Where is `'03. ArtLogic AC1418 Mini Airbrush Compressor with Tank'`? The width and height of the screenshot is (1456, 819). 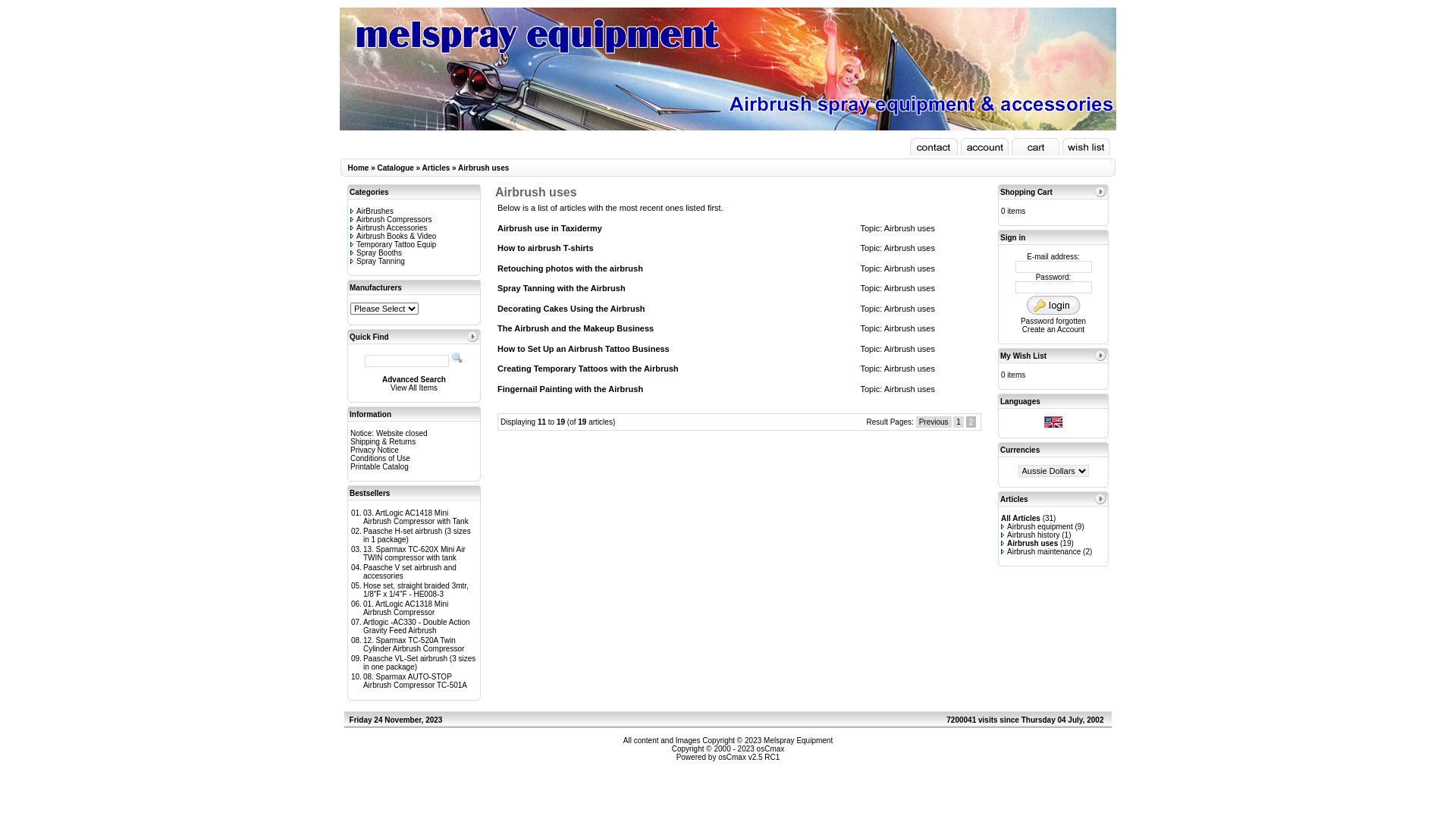
'03. ArtLogic AC1418 Mini Airbrush Compressor with Tank' is located at coordinates (416, 516).